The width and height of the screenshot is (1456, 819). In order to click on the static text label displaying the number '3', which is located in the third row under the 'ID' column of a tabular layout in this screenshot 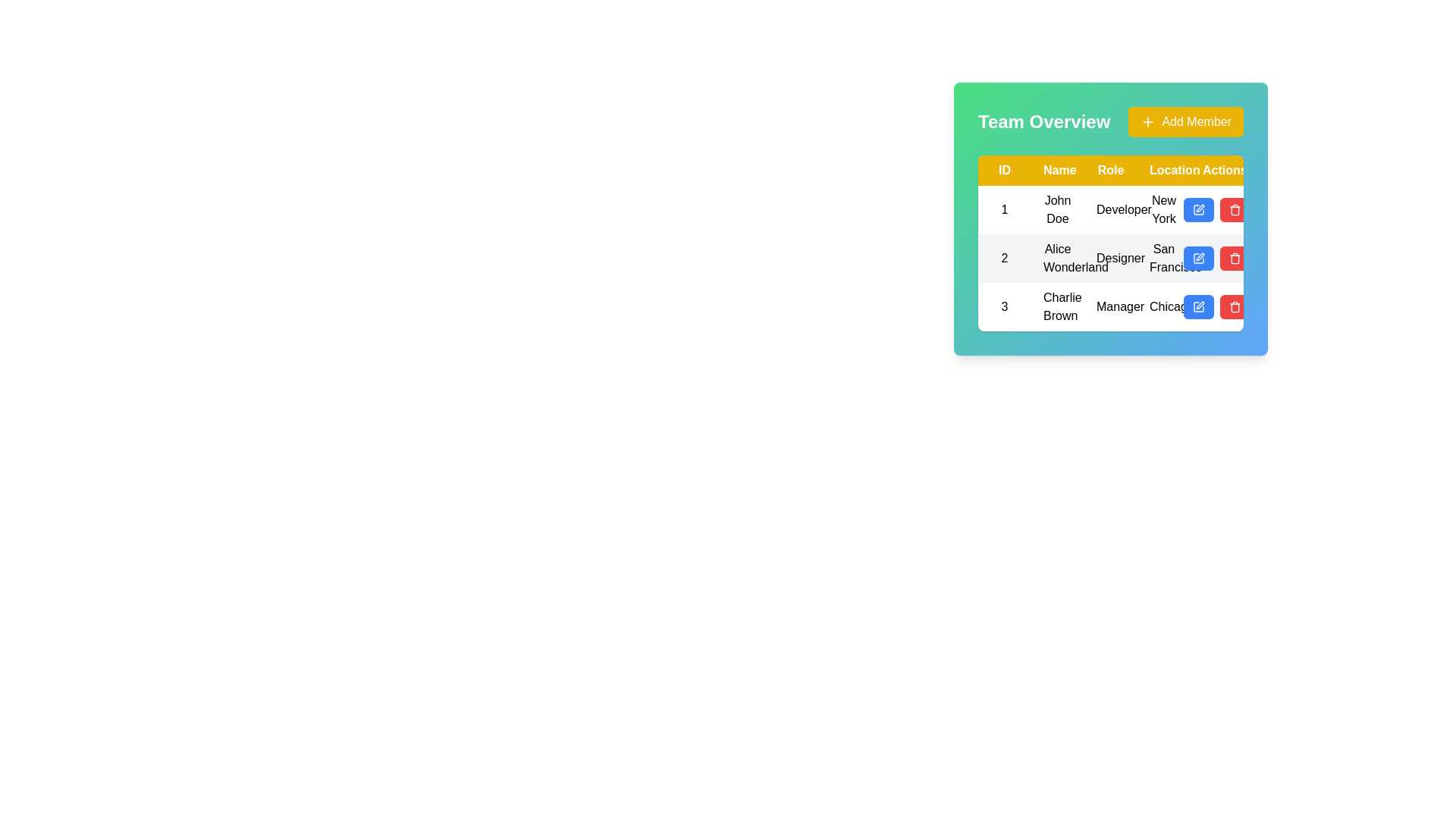, I will do `click(1004, 307)`.